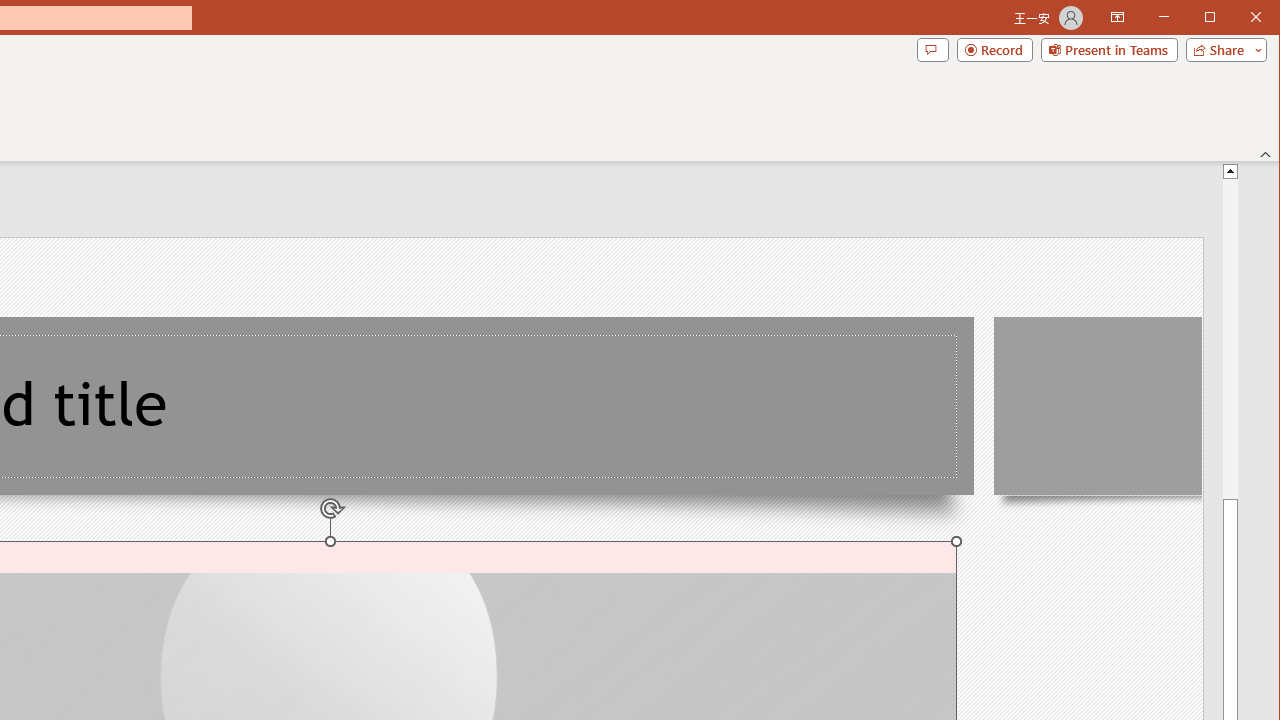  I want to click on 'Line up', so click(1229, 169).